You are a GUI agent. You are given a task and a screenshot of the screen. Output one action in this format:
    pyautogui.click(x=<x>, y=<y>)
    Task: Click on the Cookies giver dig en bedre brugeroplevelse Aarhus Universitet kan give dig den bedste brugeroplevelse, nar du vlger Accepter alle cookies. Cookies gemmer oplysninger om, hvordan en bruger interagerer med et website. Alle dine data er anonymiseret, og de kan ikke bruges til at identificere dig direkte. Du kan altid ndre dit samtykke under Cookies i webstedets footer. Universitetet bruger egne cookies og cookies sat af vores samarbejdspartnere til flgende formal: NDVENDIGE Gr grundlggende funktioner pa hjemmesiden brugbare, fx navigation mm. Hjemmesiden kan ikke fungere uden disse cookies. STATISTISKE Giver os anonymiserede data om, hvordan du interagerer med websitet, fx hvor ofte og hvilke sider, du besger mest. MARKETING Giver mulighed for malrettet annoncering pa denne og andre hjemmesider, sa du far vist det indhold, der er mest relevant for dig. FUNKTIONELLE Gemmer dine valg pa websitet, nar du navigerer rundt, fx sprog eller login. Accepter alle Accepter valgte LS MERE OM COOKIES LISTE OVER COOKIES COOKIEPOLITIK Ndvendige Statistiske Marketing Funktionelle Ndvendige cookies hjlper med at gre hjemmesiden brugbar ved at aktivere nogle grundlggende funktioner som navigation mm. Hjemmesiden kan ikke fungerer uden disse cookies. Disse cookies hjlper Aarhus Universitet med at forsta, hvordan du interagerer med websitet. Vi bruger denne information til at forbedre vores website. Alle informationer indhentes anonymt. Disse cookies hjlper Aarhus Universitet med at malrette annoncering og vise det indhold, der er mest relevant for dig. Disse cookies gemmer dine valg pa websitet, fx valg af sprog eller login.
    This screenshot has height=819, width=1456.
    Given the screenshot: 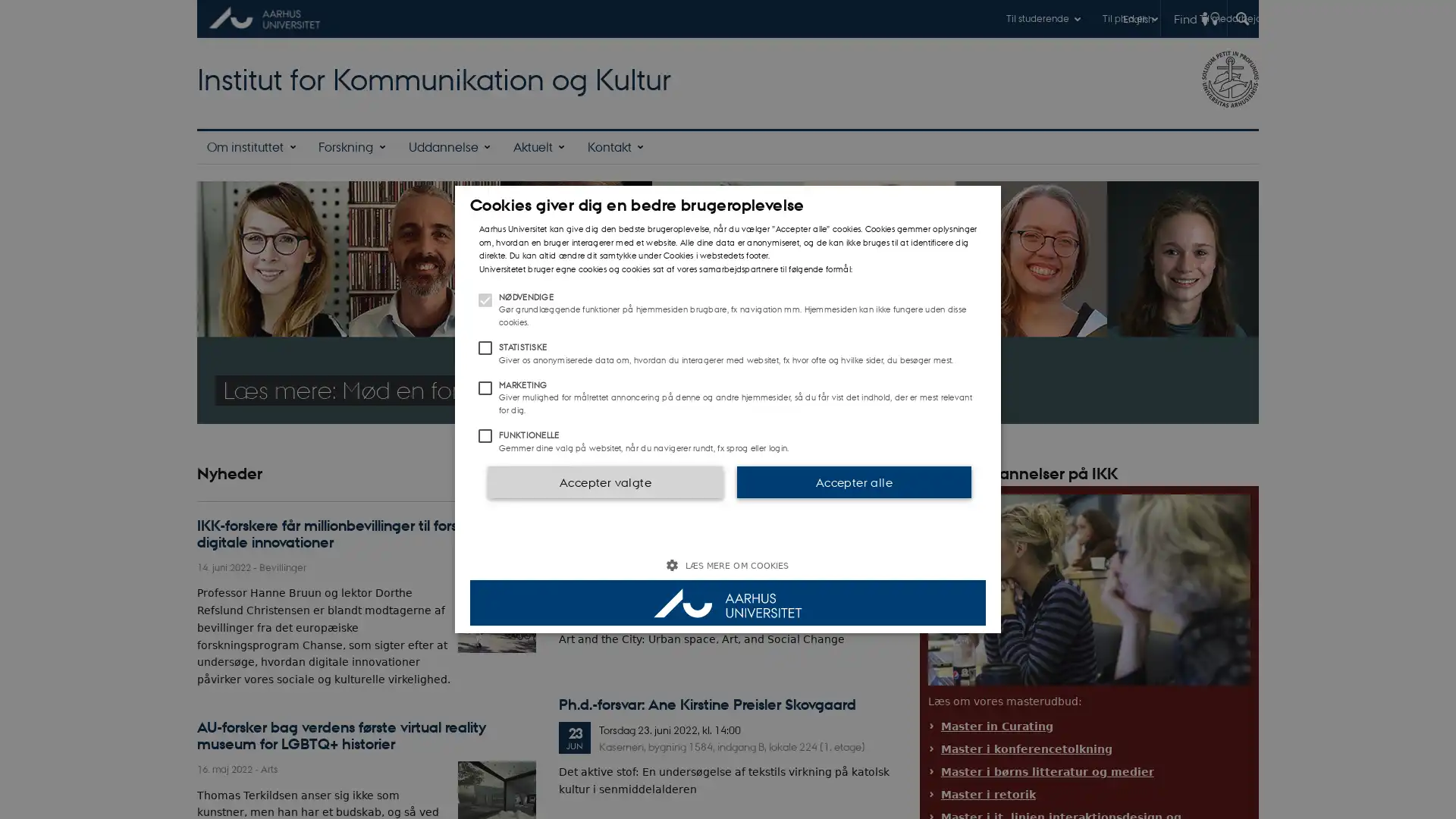 What is the action you would take?
    pyautogui.click(x=728, y=409)
    